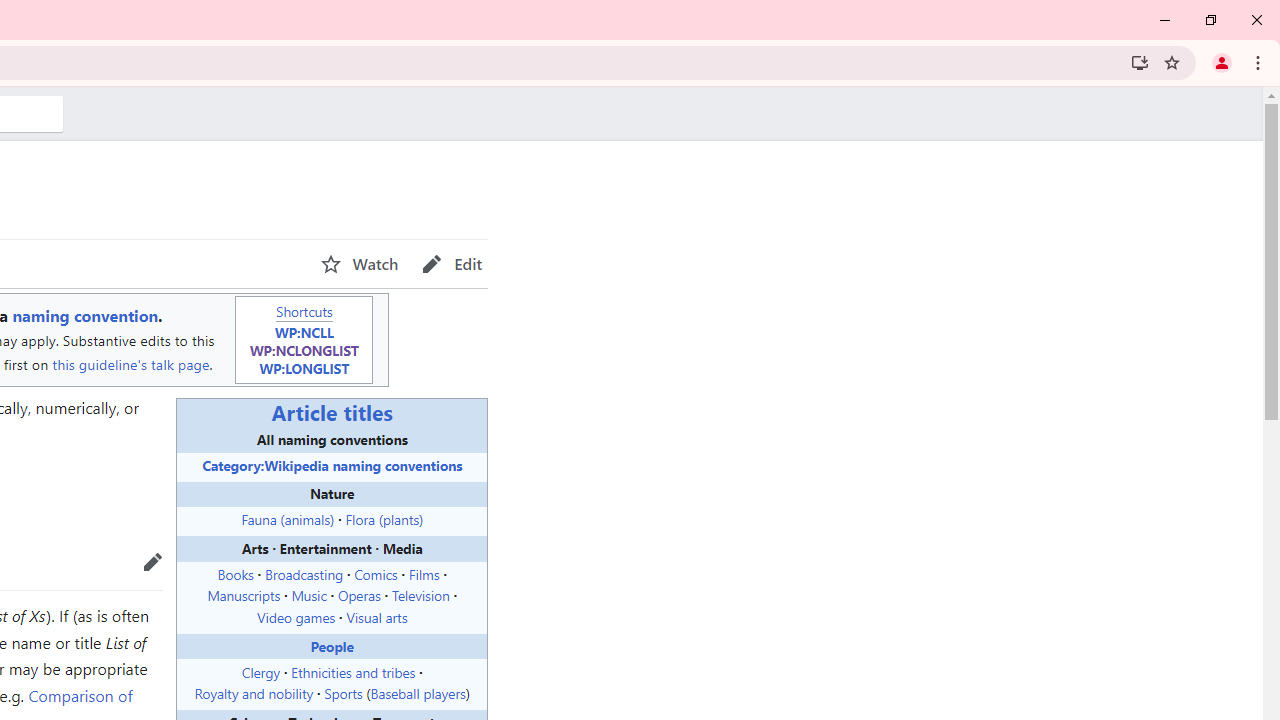 Image resolution: width=1280 pixels, height=720 pixels. Describe the element at coordinates (294, 616) in the screenshot. I see `'Video games'` at that location.